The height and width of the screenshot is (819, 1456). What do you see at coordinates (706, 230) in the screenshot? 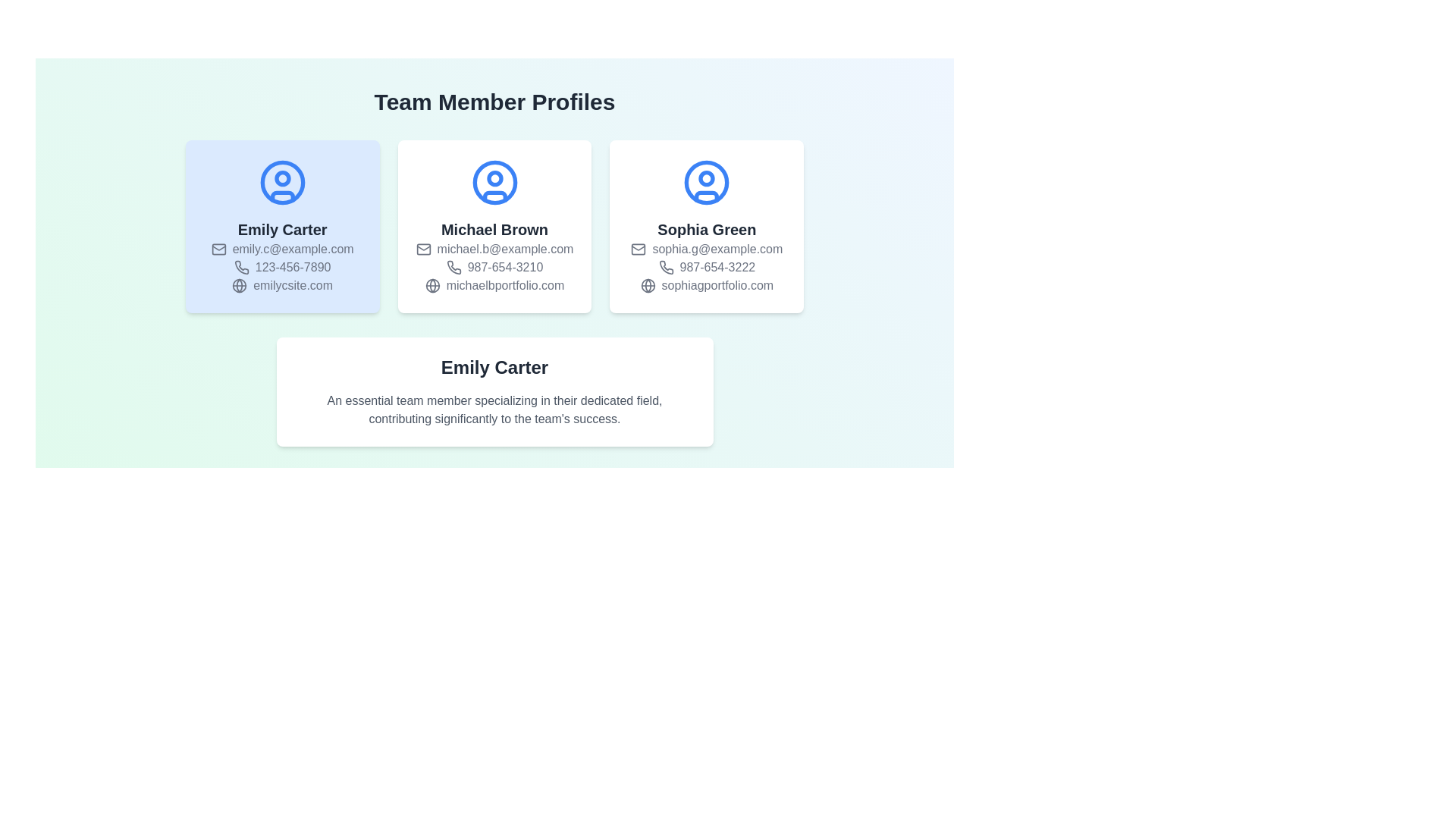
I see `text label identifying the contact name located in the top card of the third column, positioned beneath an icon graphic` at bounding box center [706, 230].